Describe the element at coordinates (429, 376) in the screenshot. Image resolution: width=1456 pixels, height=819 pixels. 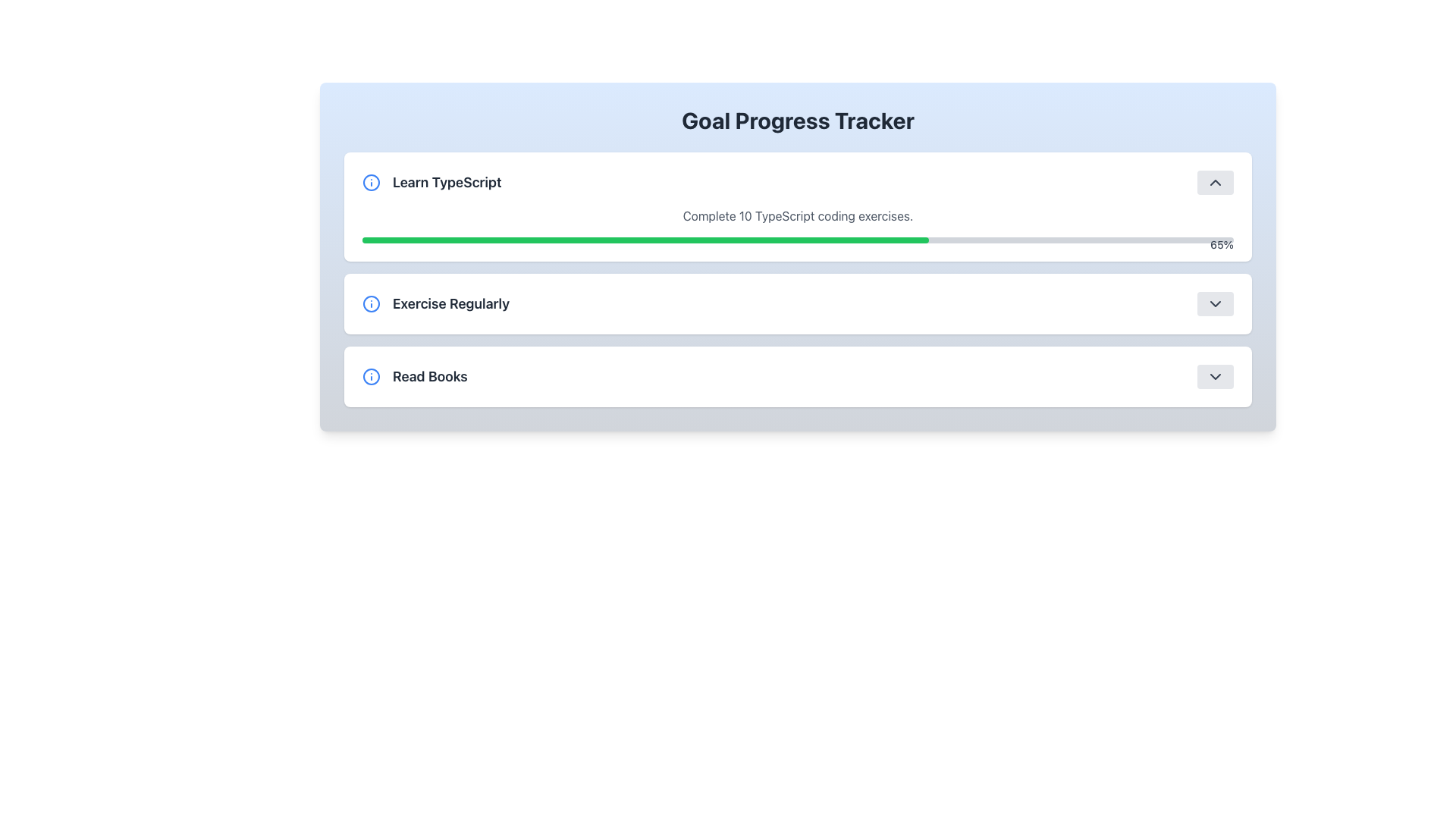
I see `text from the Text Label that describes the associated activity or task in the progress tracker interface, located below 'Exercise Regularly' and next to an info icon` at that location.